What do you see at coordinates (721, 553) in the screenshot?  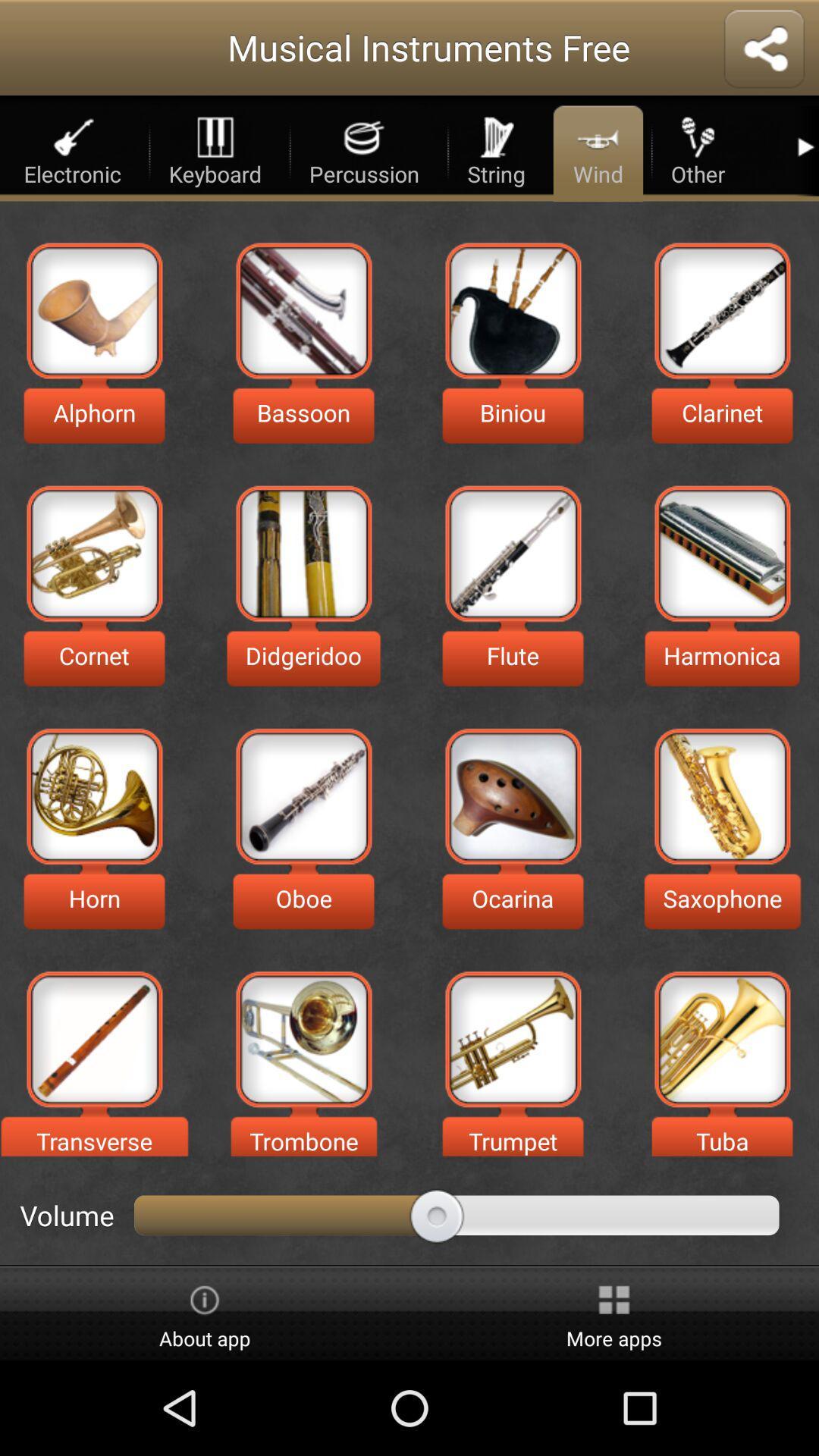 I see `check harmonica details` at bounding box center [721, 553].